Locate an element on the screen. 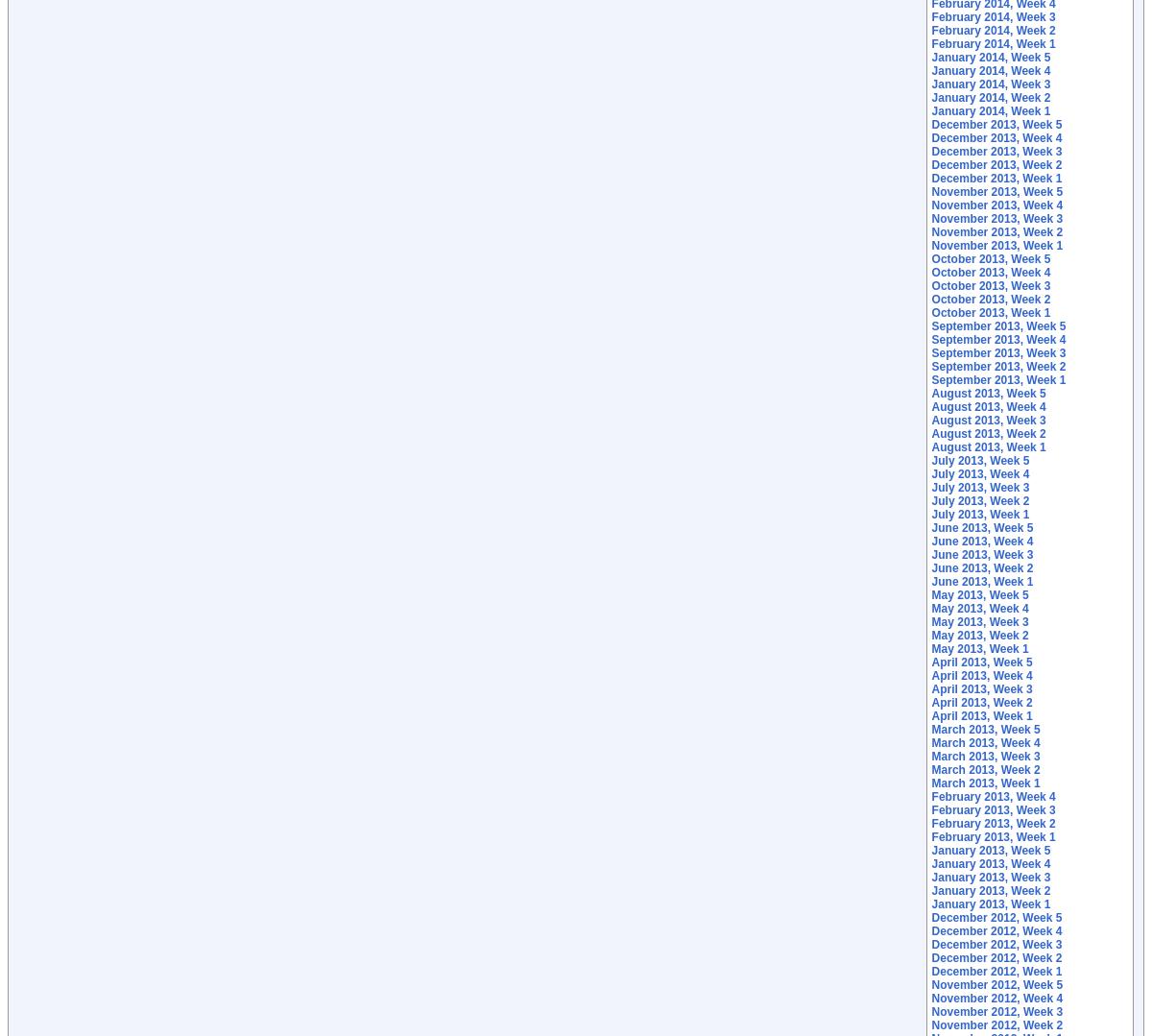 This screenshot has width=1152, height=1036. 'September 2013, Week 3' is located at coordinates (998, 353).